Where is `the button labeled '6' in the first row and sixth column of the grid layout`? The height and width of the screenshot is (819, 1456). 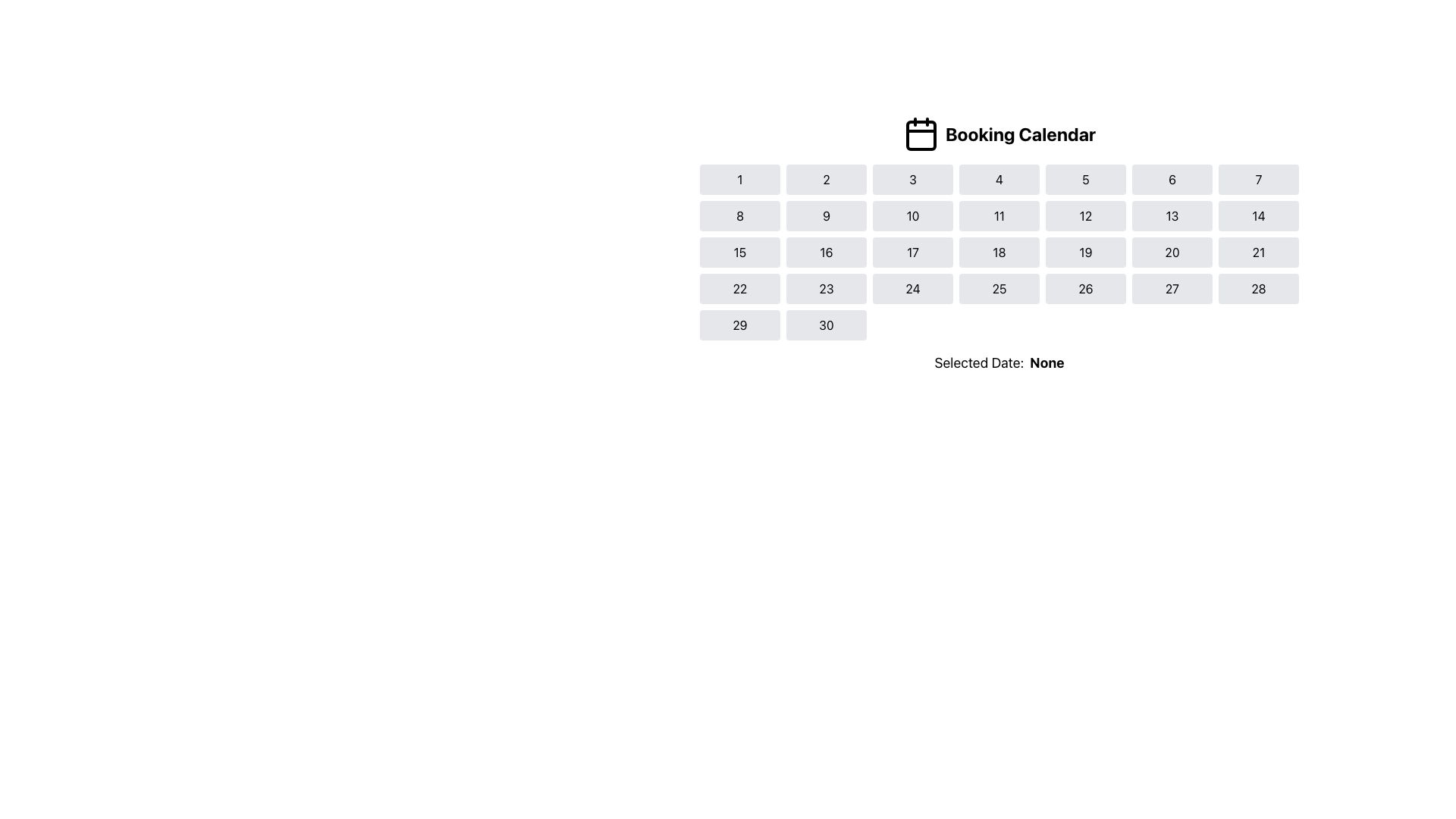
the button labeled '6' in the first row and sixth column of the grid layout is located at coordinates (1171, 178).